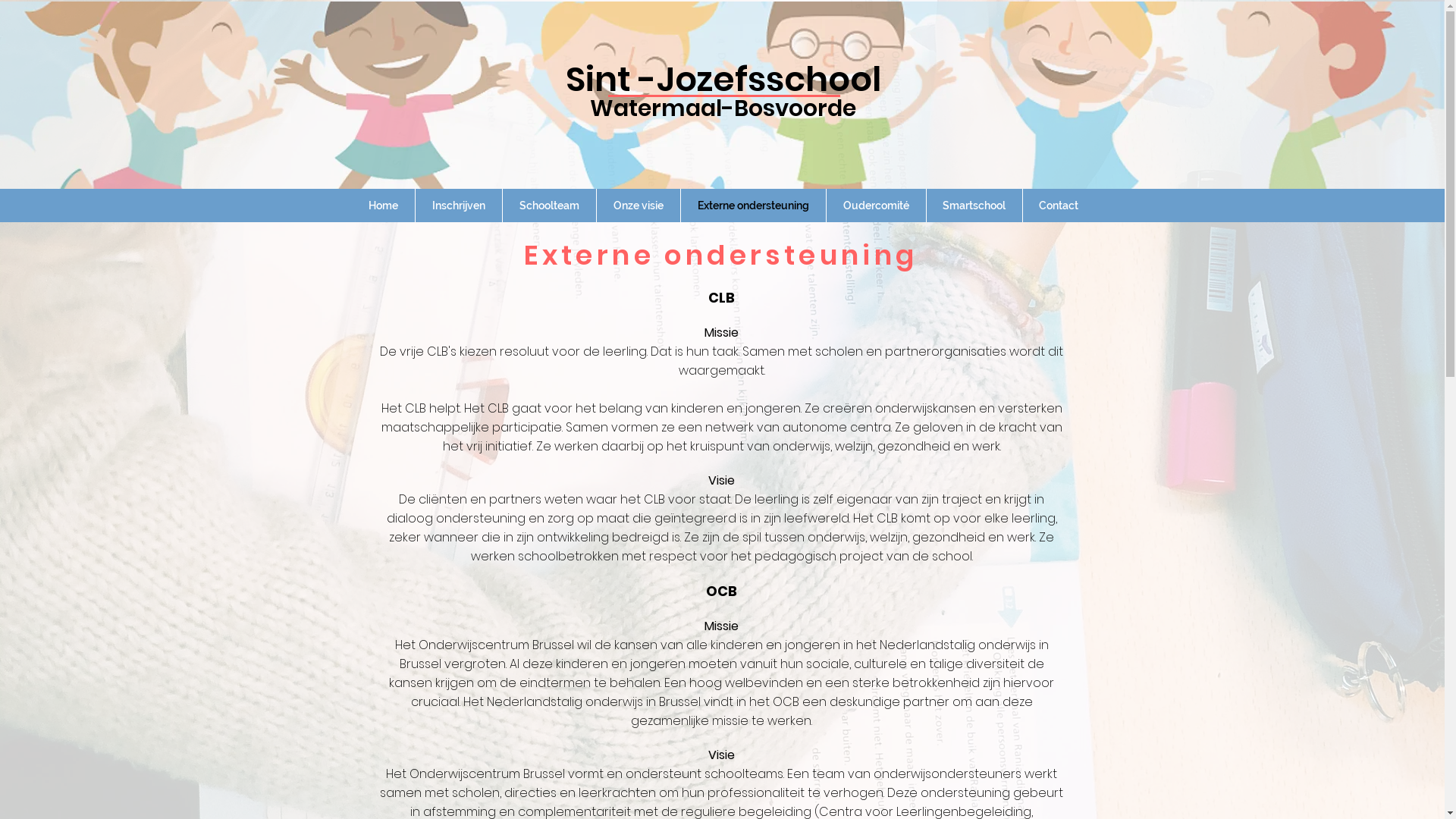  Describe the element at coordinates (974, 205) in the screenshot. I see `'Smartschool'` at that location.